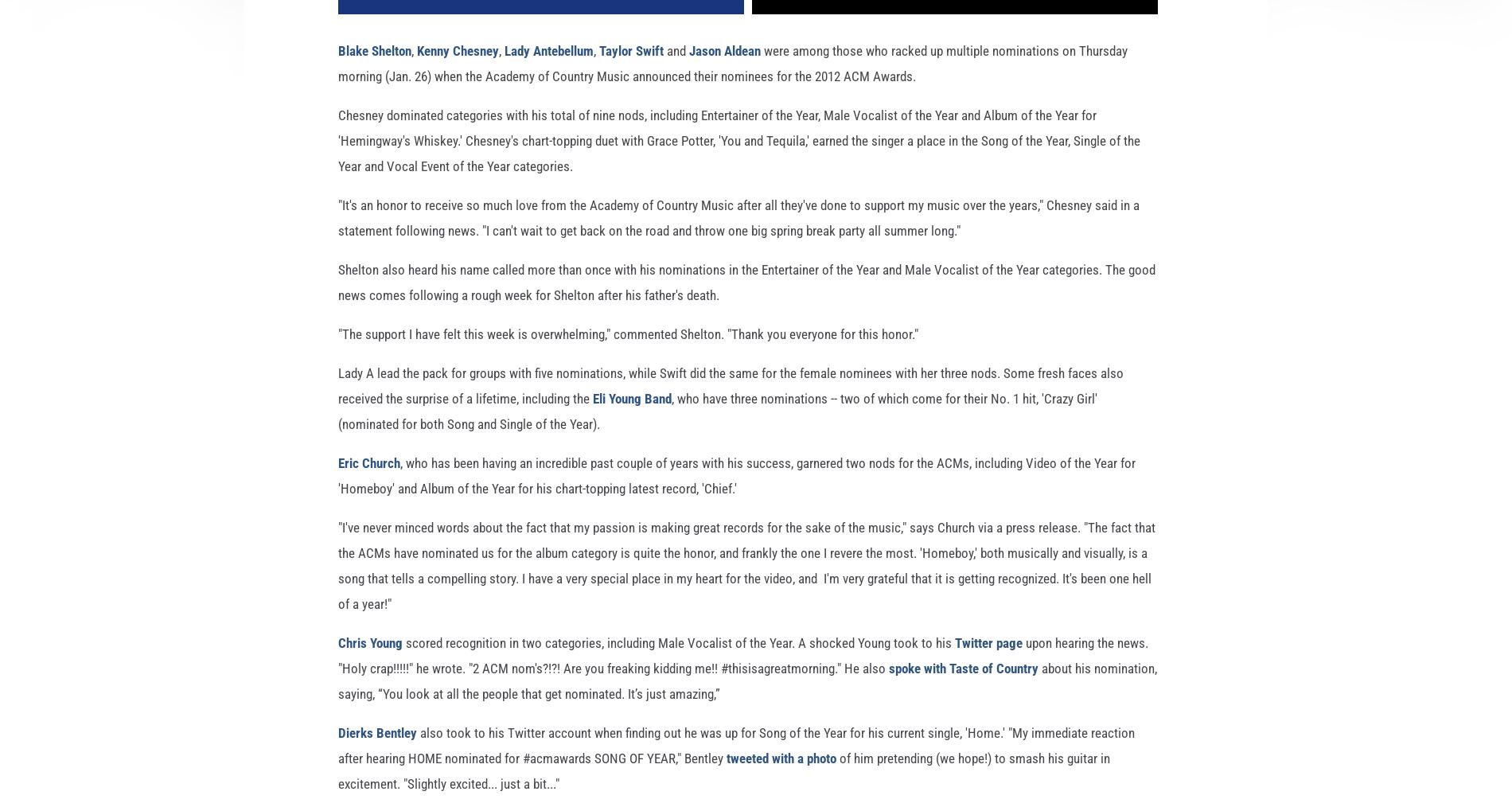 This screenshot has width=1512, height=811. Describe the element at coordinates (541, 18) in the screenshot. I see `'SHARE'` at that location.